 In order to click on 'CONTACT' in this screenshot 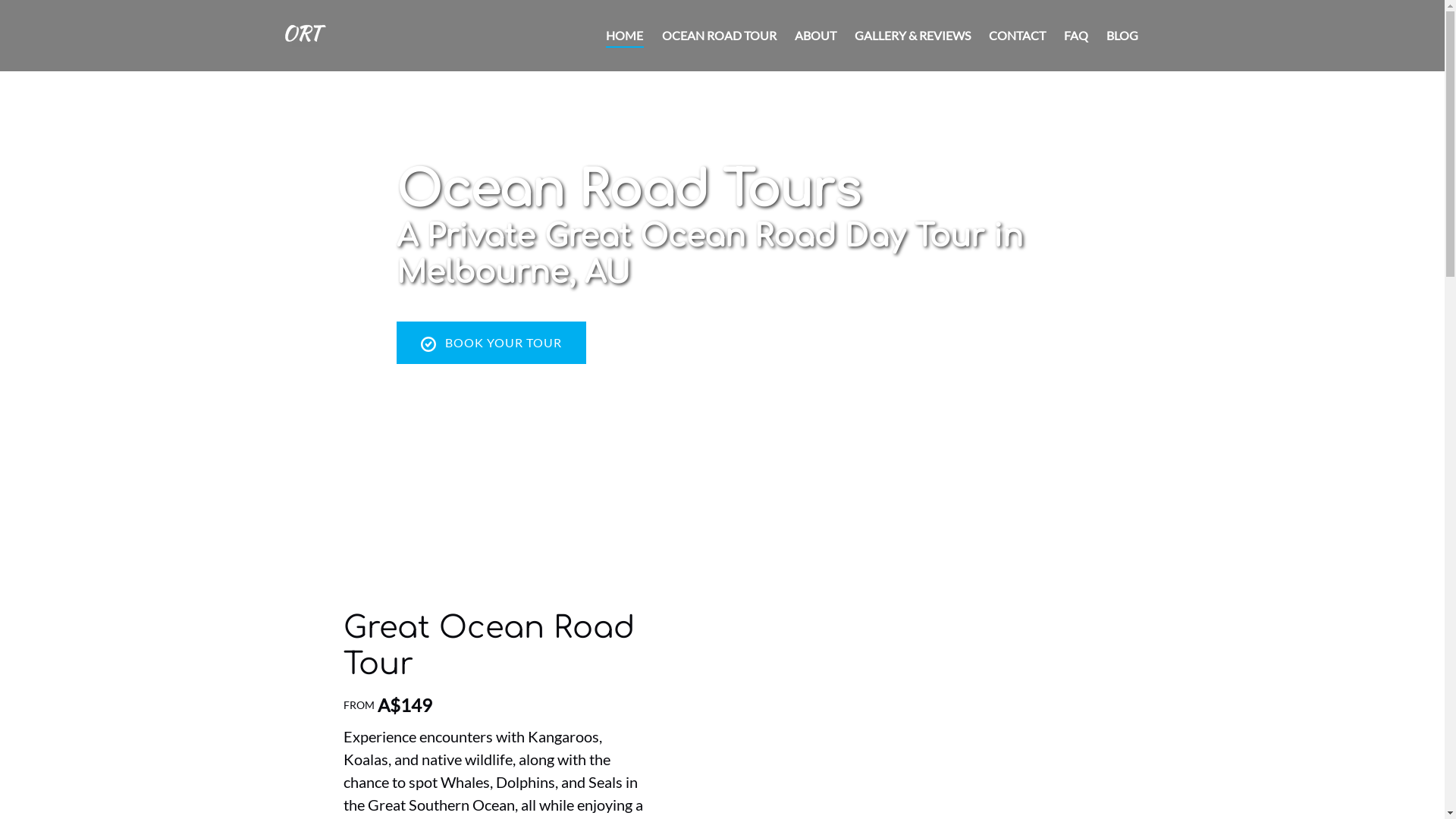, I will do `click(1017, 34)`.